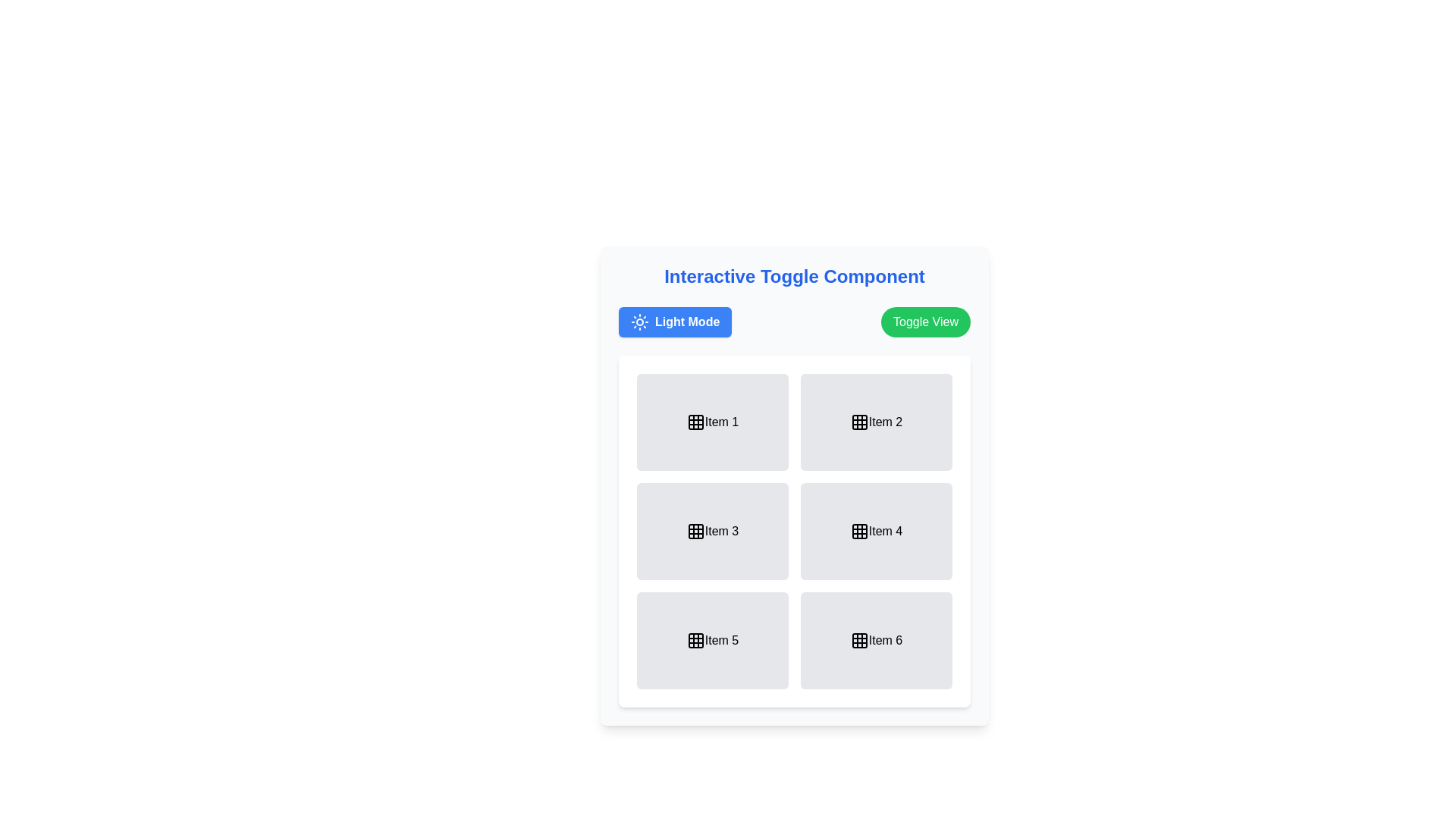 This screenshot has height=819, width=1456. I want to click on the grid layout icon located in the second row and first column of the 2x3 grid within the 'Item 3' section, so click(695, 531).